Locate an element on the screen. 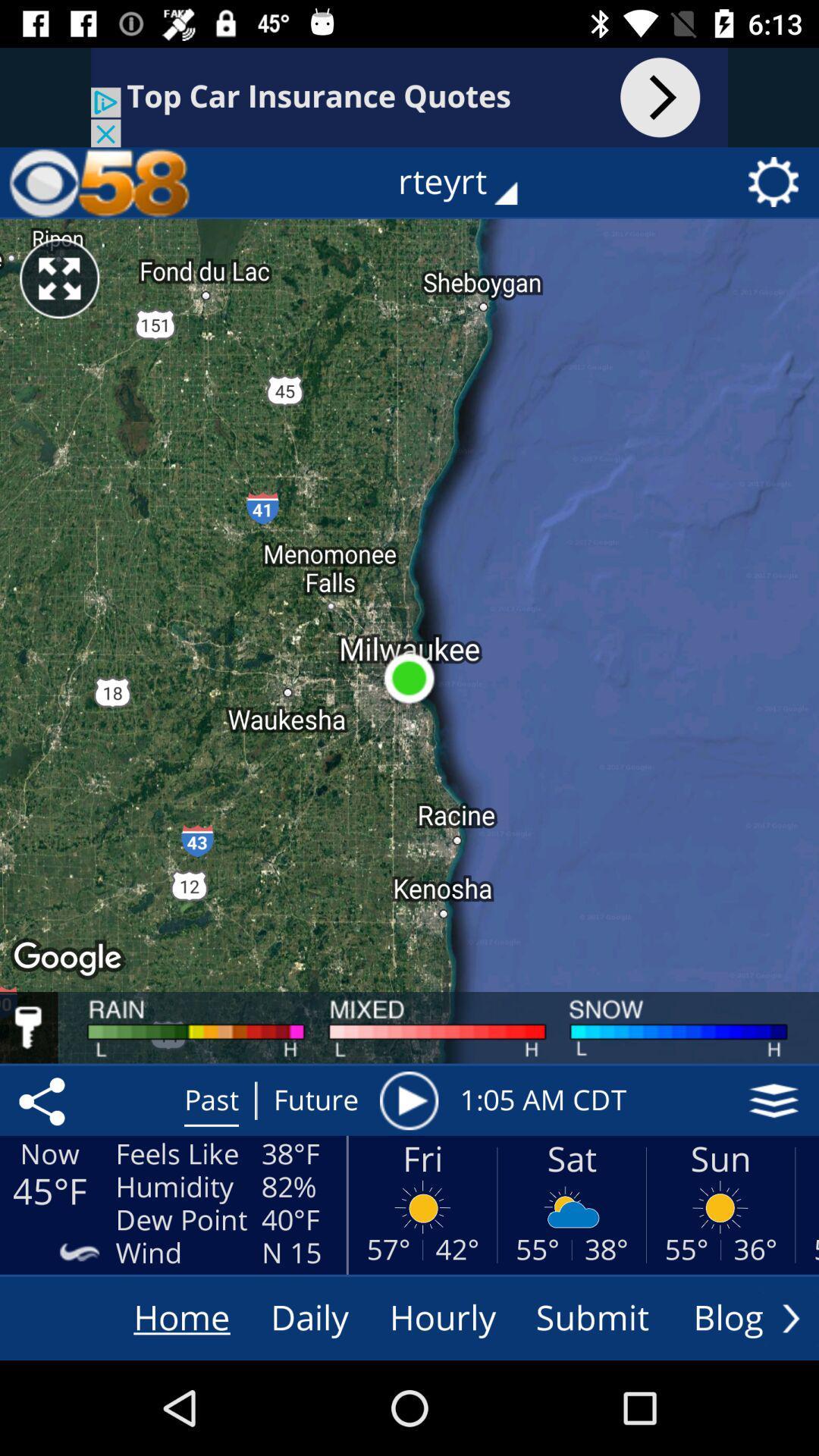  broadcast is located at coordinates (408, 1100).